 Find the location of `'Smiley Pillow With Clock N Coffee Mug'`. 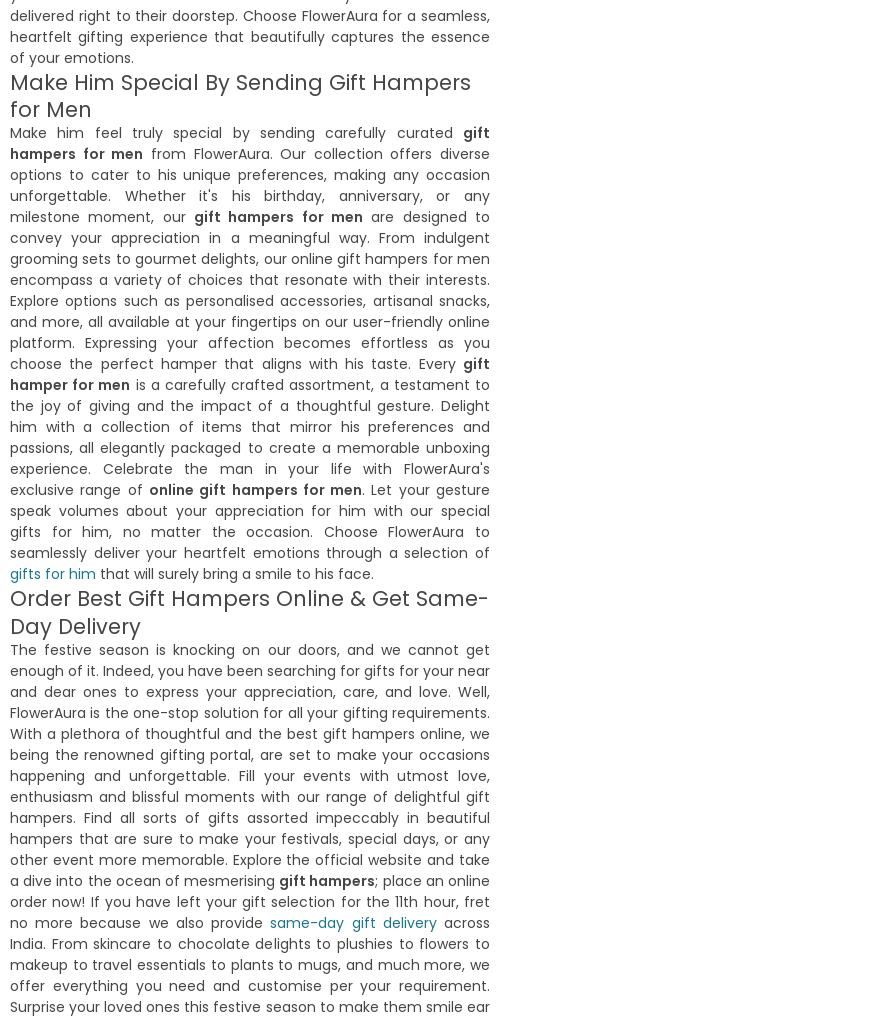

'Smiley Pillow With Clock N Coffee Mug' is located at coordinates (260, 282).